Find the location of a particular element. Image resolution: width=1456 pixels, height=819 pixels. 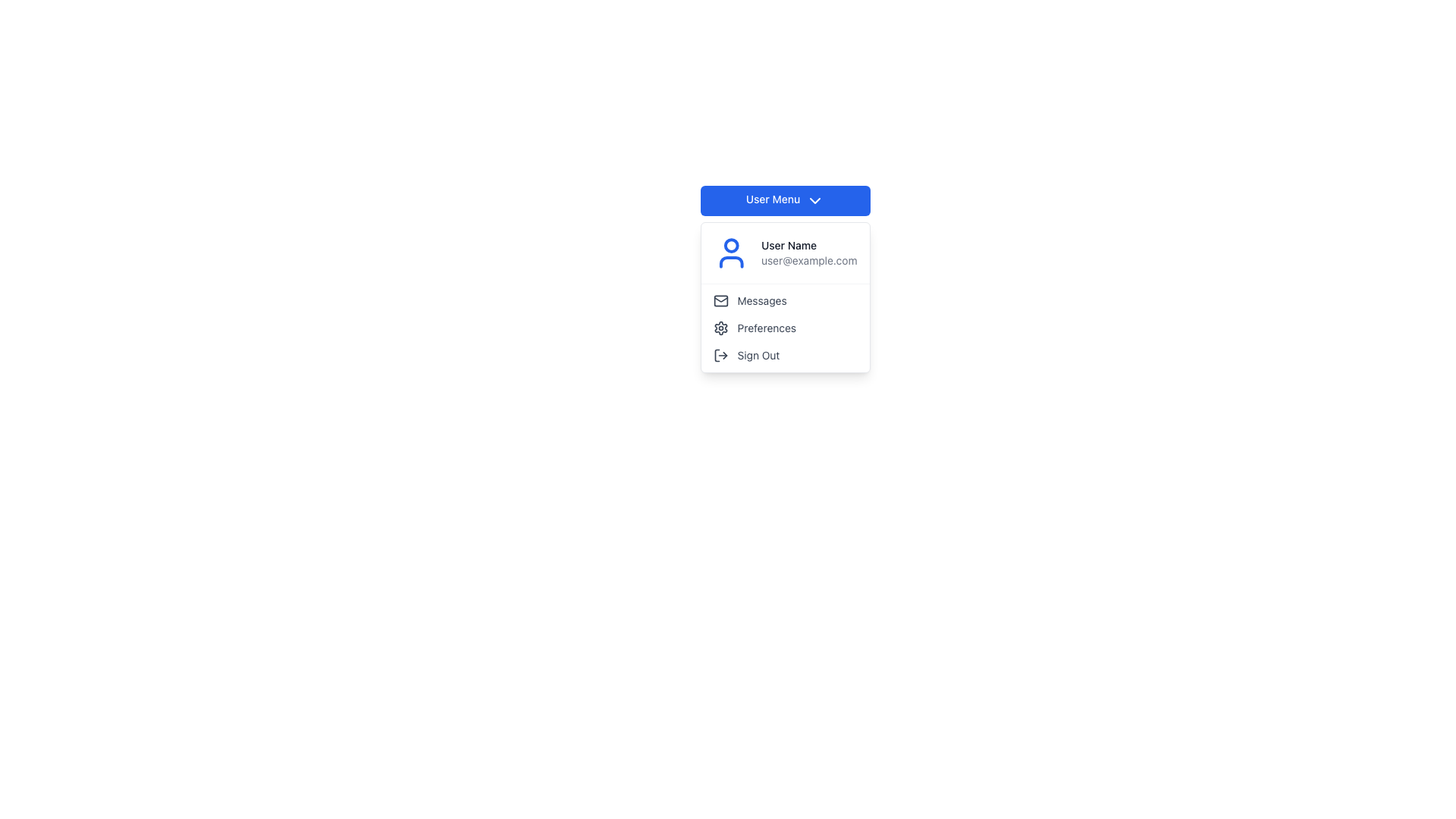

the user profile SVG icon located at the top left corner of the dropdown menu that appears after clicking the 'User Menu' button is located at coordinates (731, 261).